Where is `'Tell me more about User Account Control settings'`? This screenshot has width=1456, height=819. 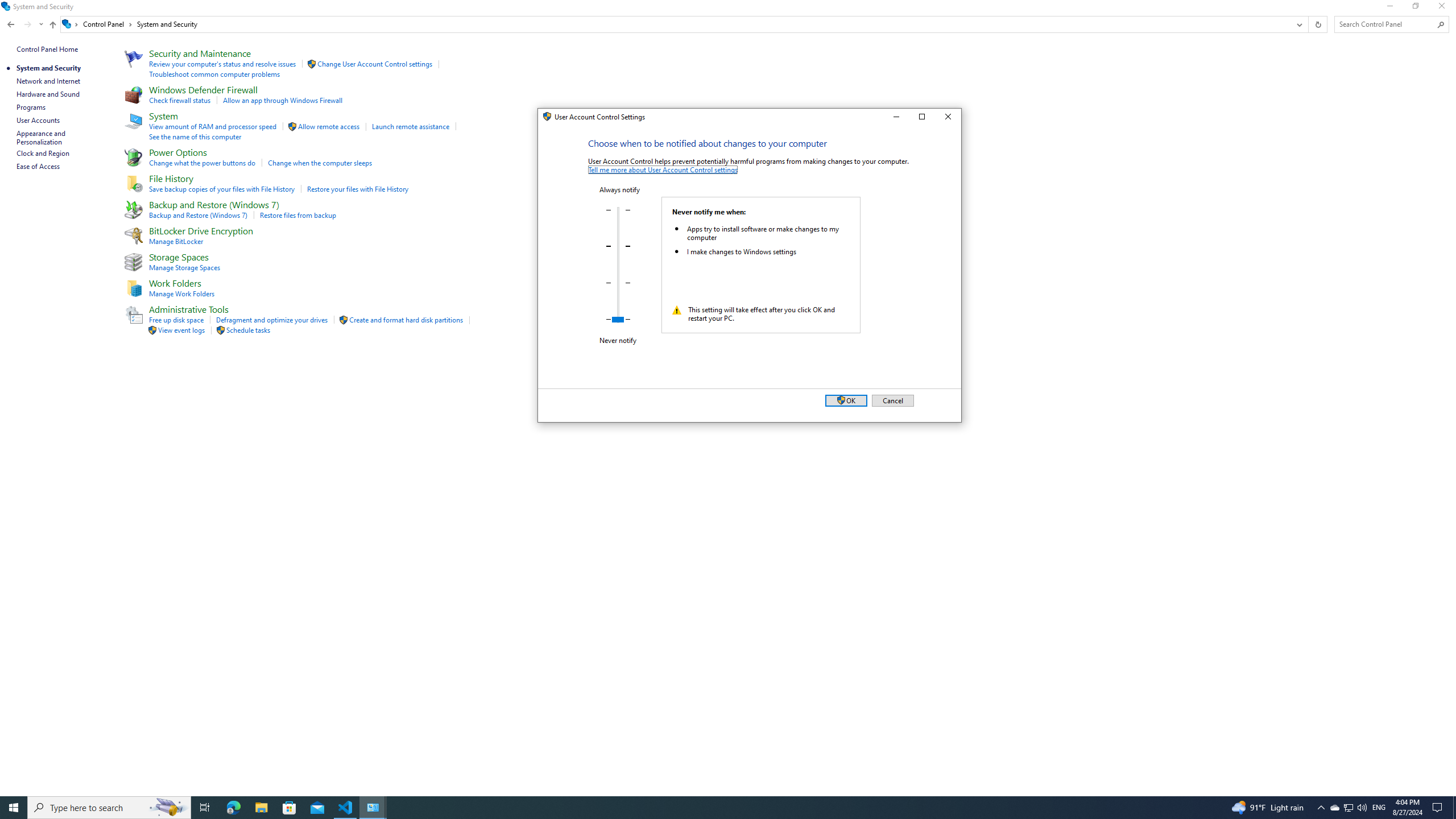
'Tell me more about User Account Control settings' is located at coordinates (663, 169).